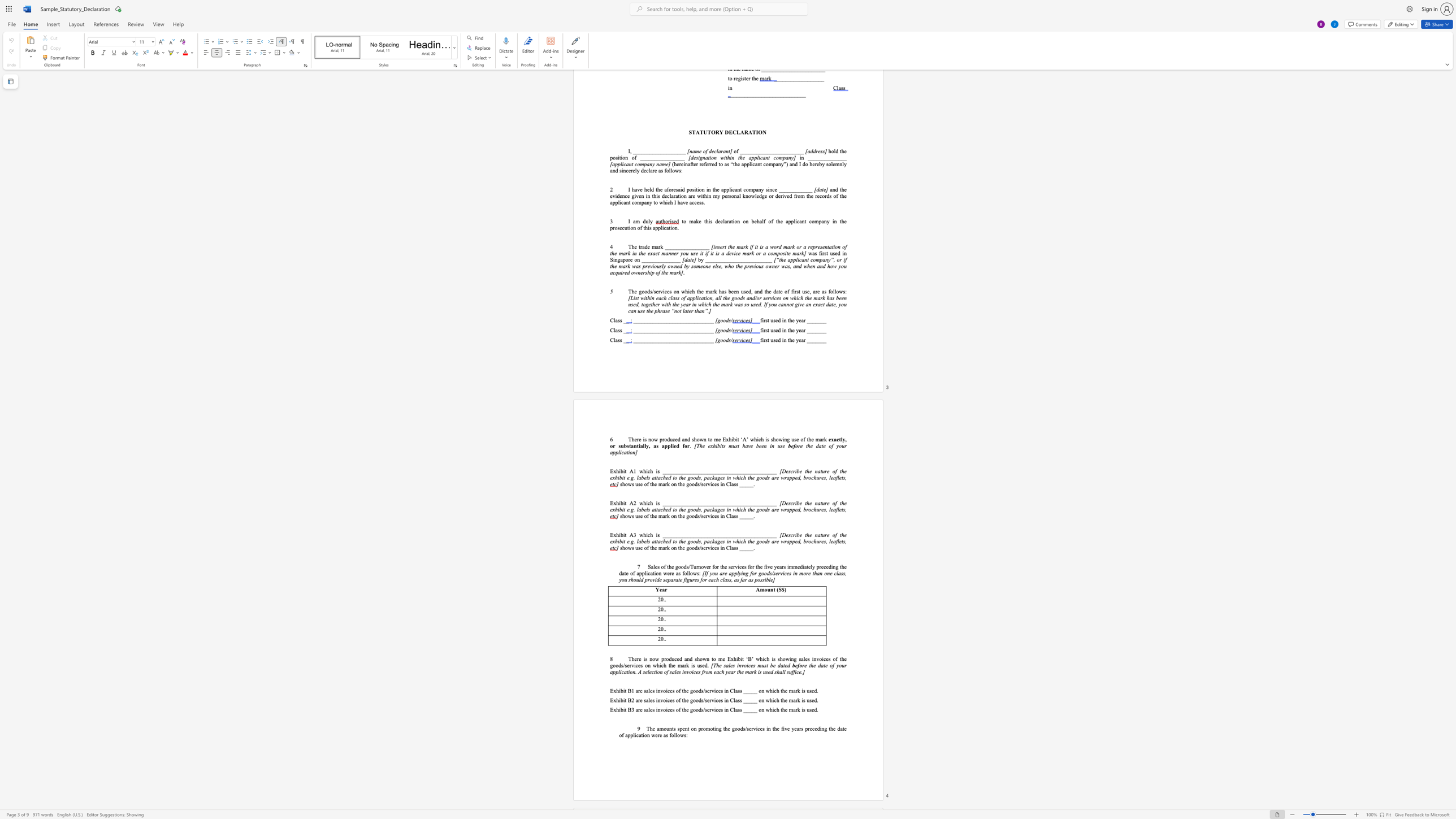 The image size is (1456, 819). I want to click on the subset text "hich the mark is use" within the text "There is now produced and shown to me Exhibit ‘B’ which is showing sales invoices of the goods/services on which the mark is used.", so click(656, 665).